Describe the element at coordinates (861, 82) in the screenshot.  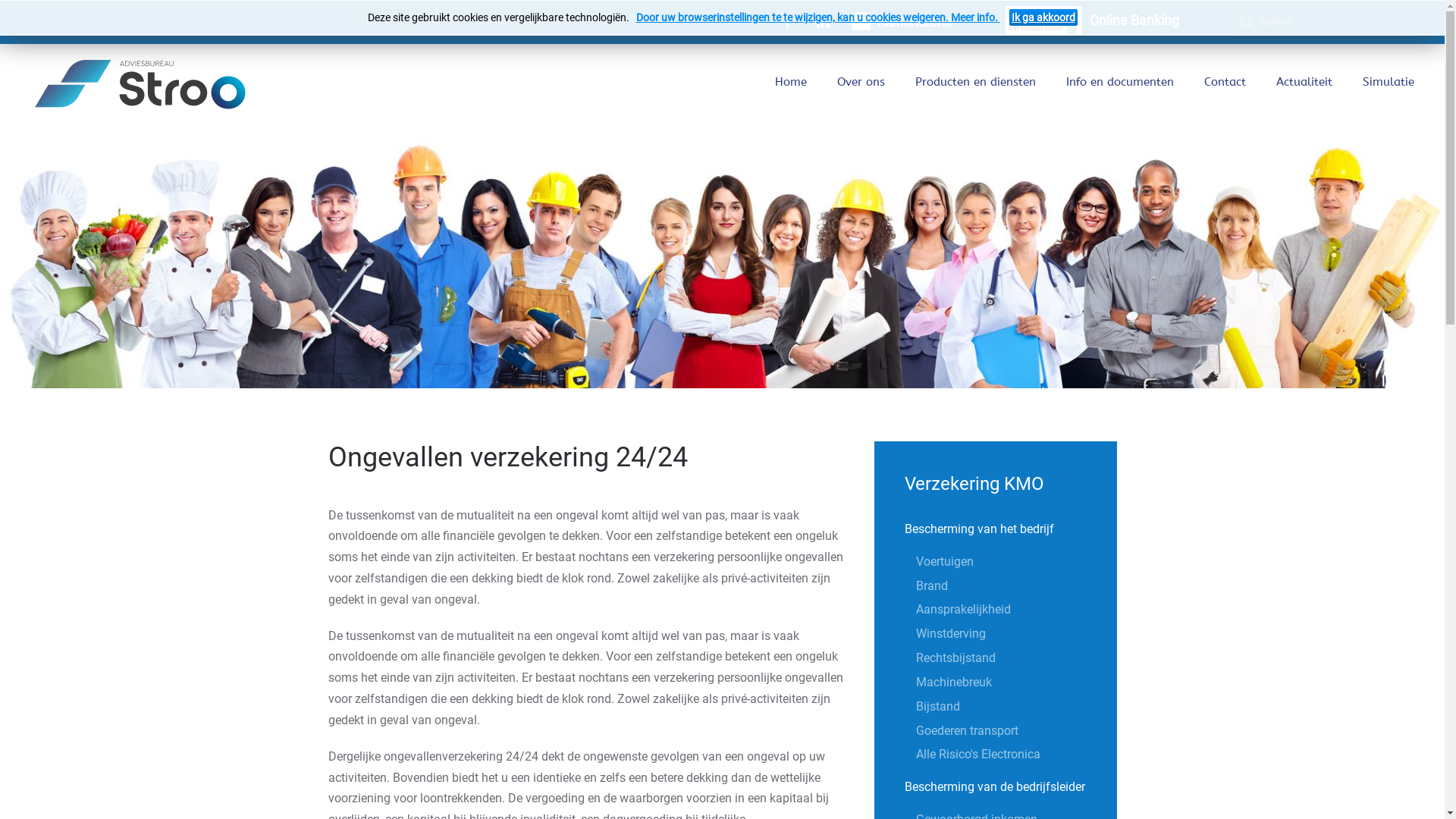
I see `'Over ons'` at that location.